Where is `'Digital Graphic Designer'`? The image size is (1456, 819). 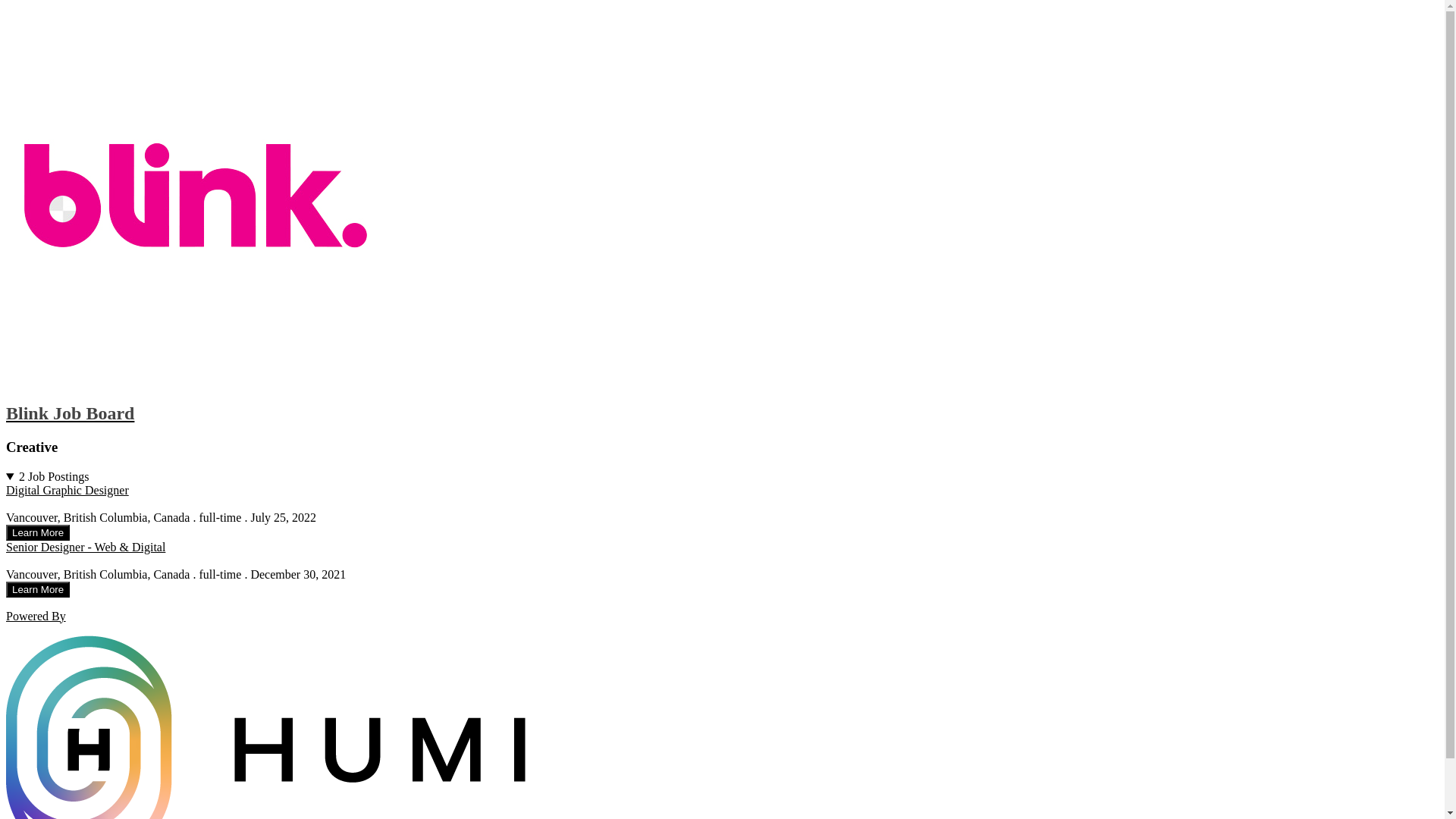
'Digital Graphic Designer' is located at coordinates (6, 490).